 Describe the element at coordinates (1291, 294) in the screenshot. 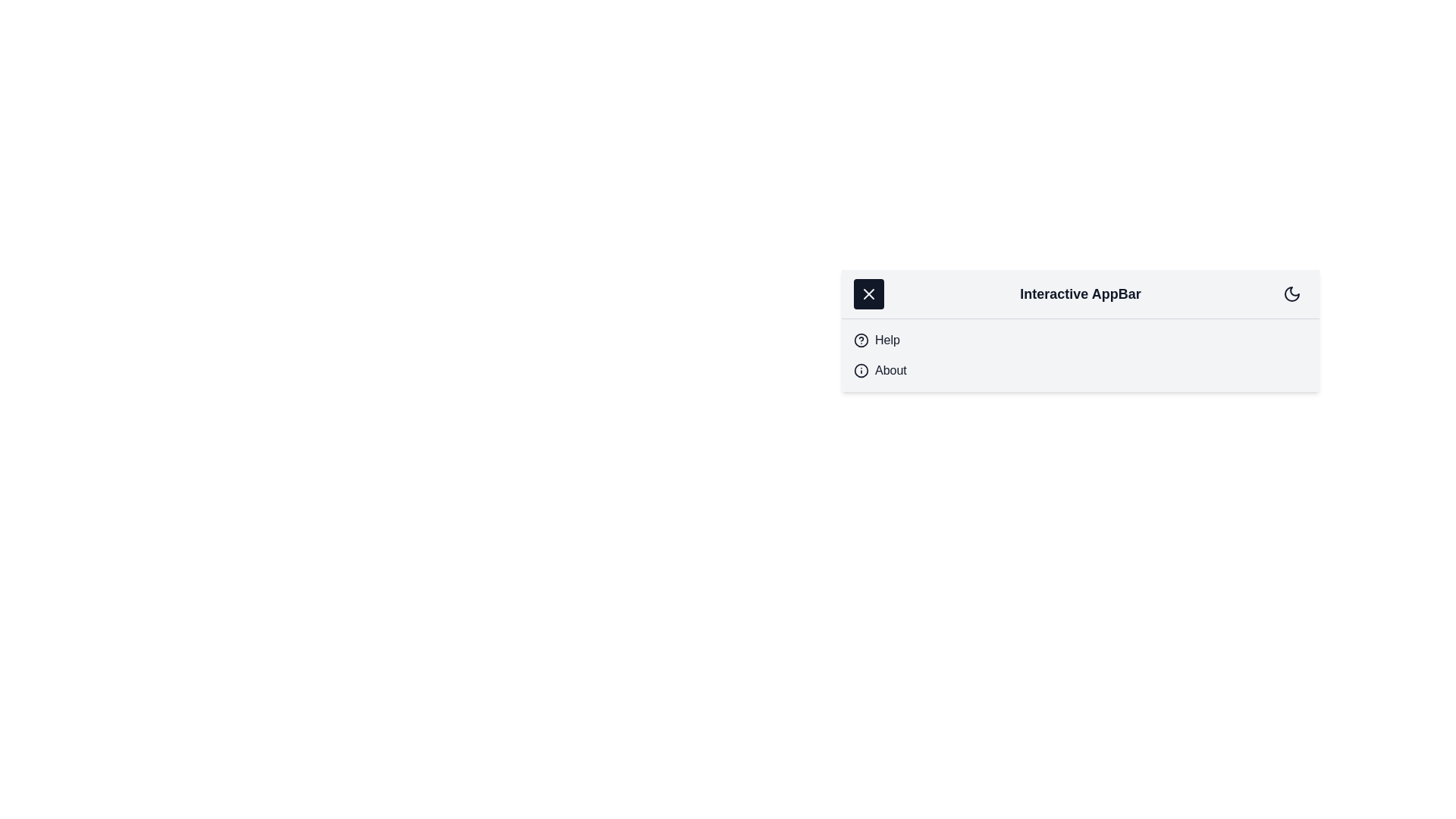

I see `the button to toggle between dark and light mode` at that location.